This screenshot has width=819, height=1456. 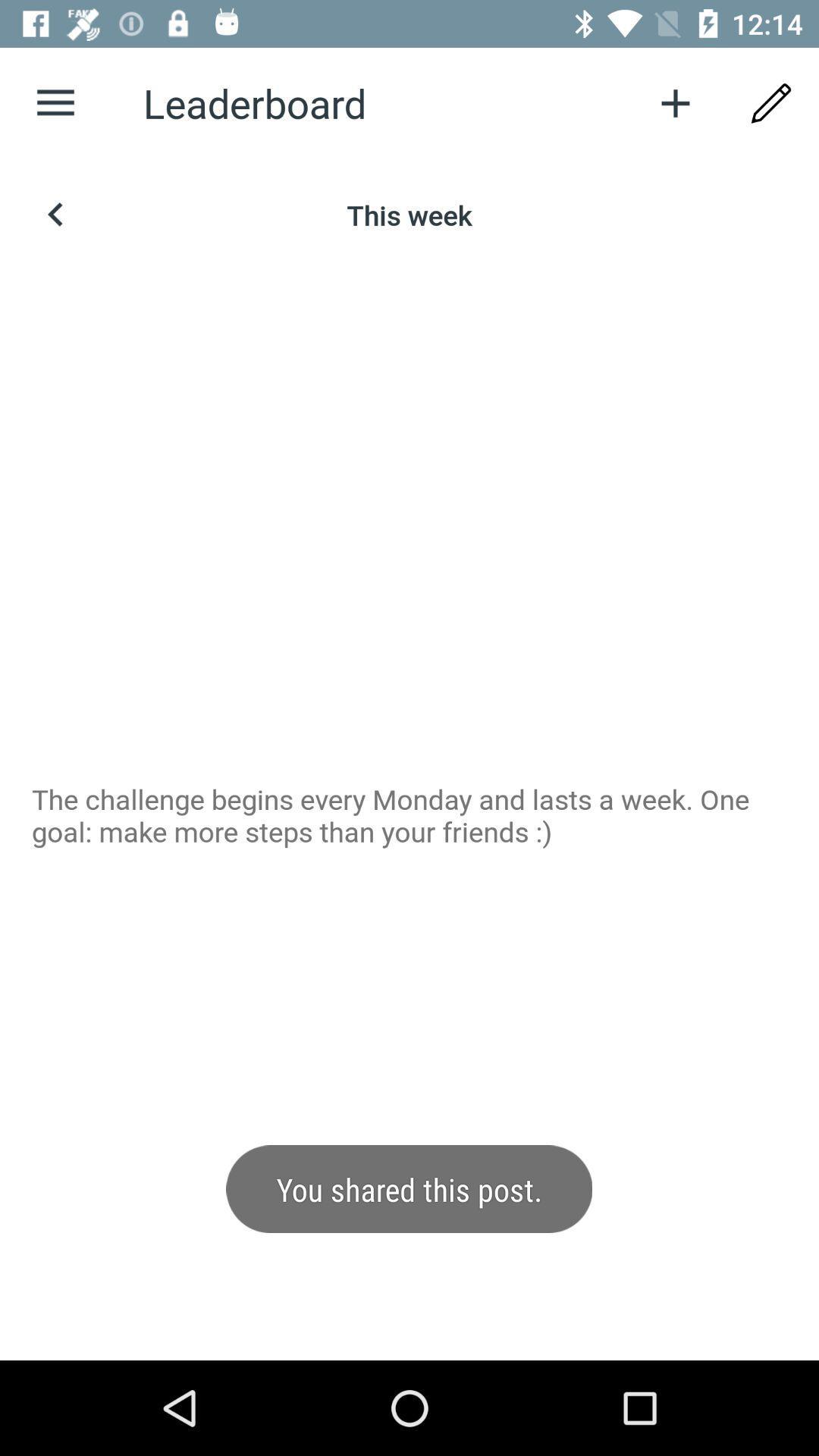 I want to click on previous, so click(x=55, y=214).